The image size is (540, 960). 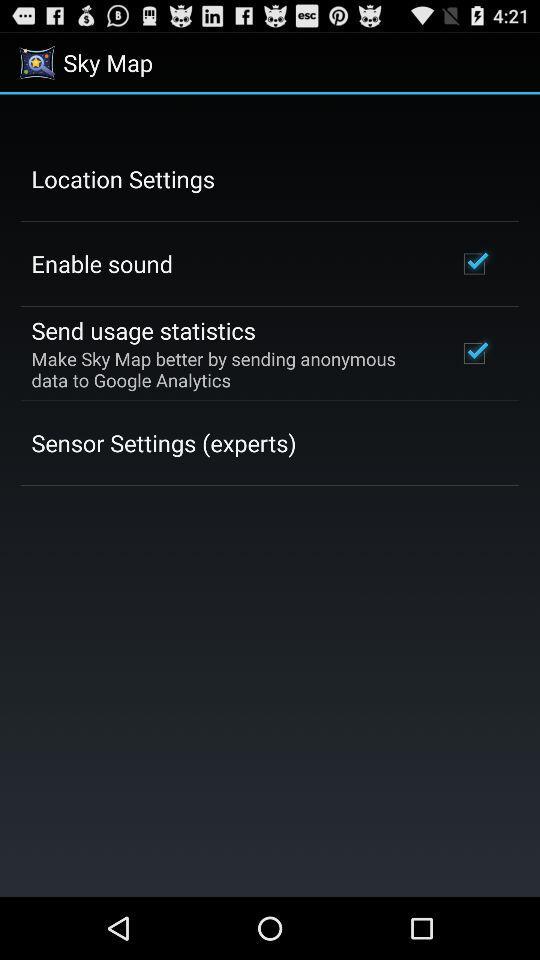 What do you see at coordinates (270, 494) in the screenshot?
I see `adjust settings` at bounding box center [270, 494].